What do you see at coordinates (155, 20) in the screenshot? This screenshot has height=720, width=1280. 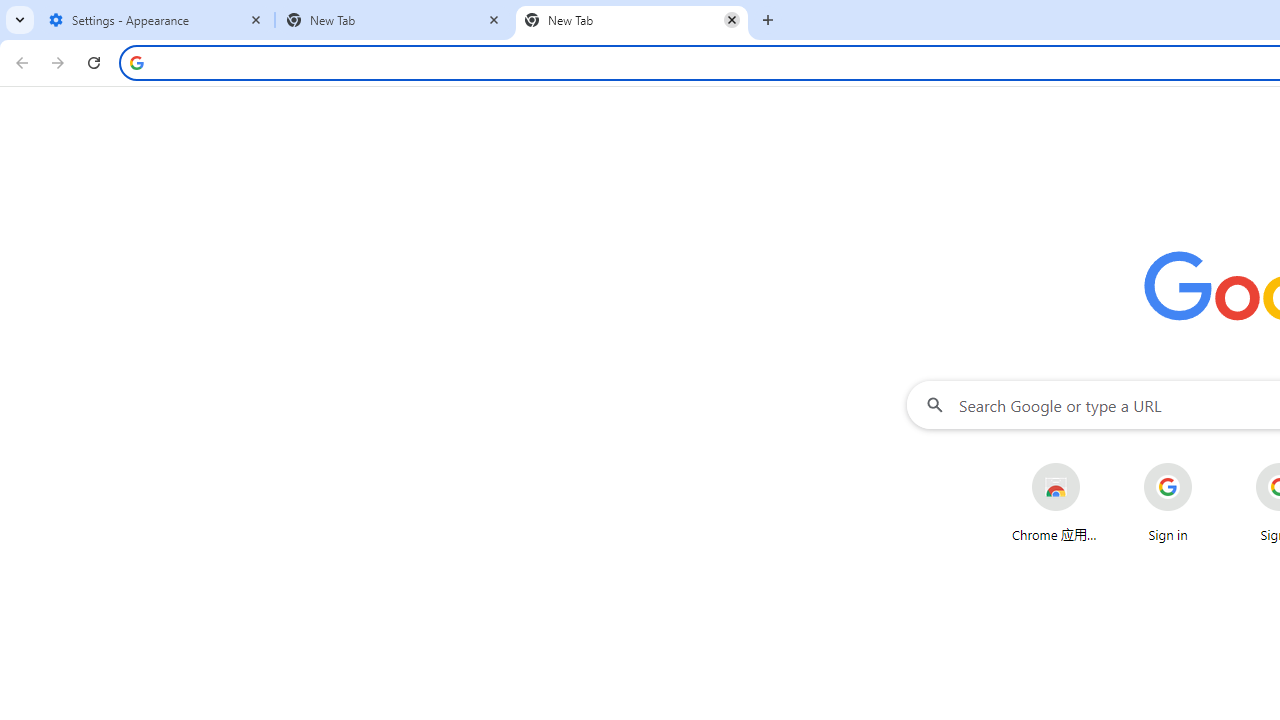 I see `'Settings - Appearance'` at bounding box center [155, 20].